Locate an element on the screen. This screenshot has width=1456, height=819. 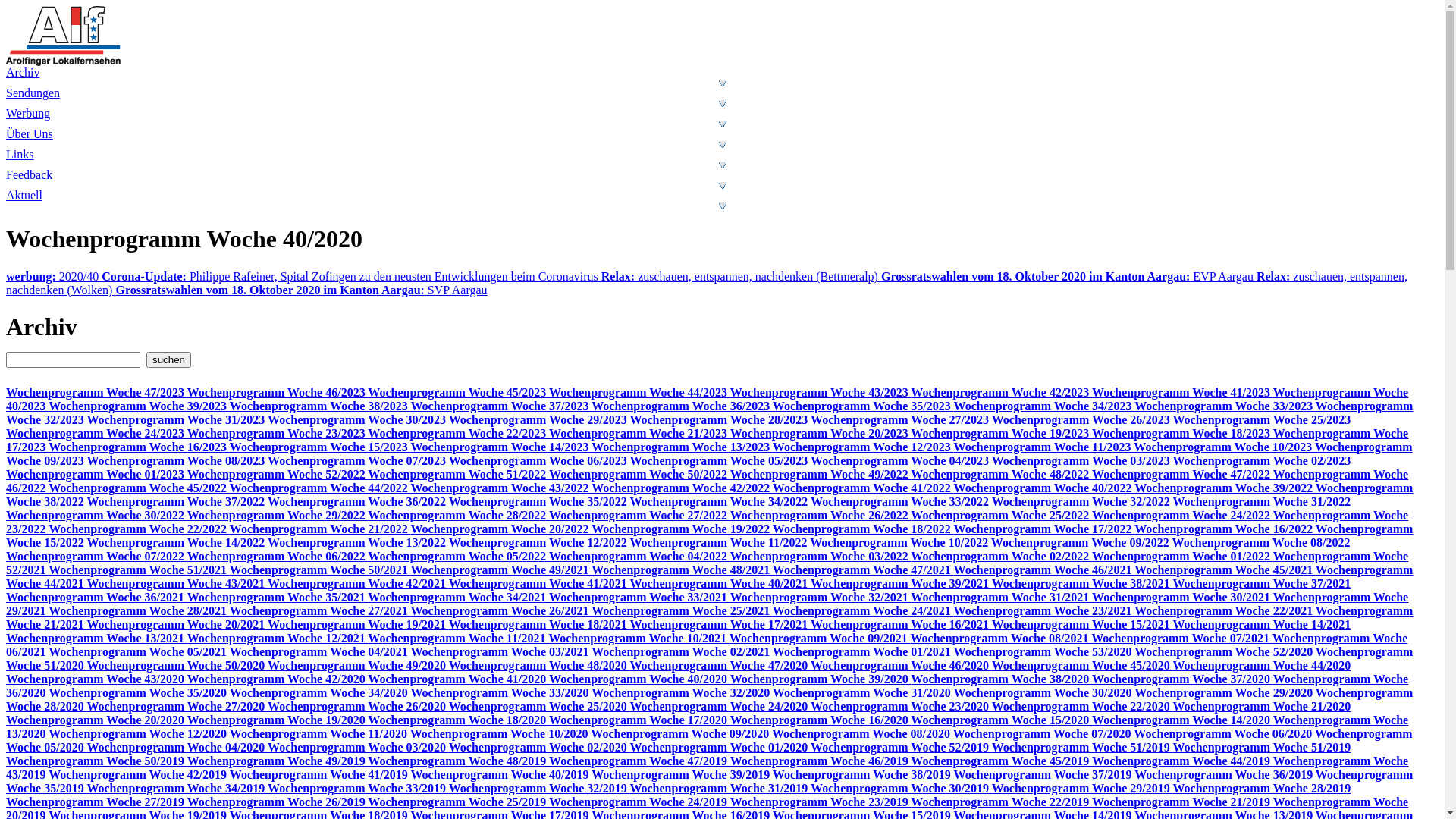
'Wochenprogramm Woche 49/2022' is located at coordinates (820, 473).